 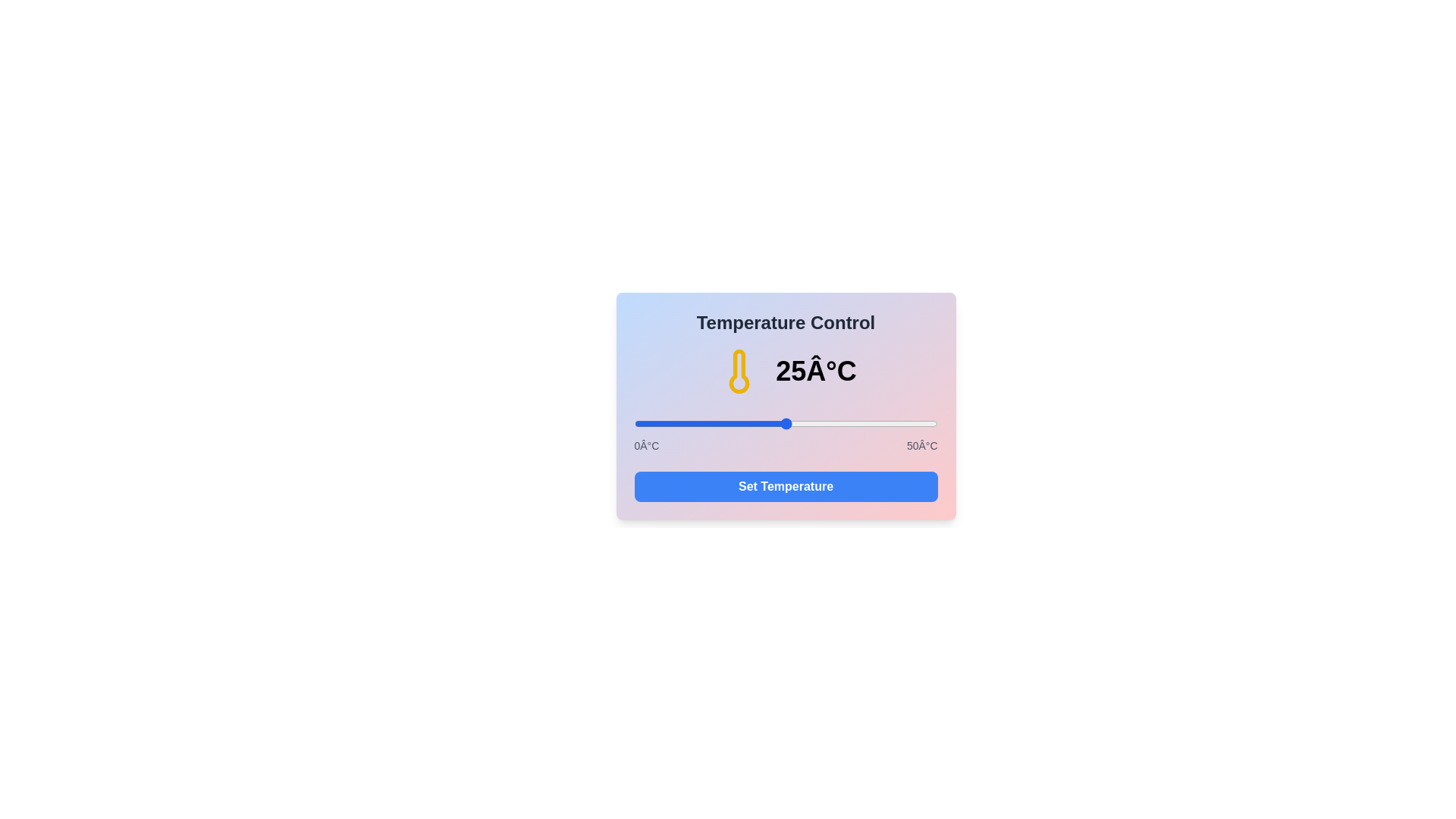 What do you see at coordinates (846, 424) in the screenshot?
I see `the temperature slider to 35°C` at bounding box center [846, 424].